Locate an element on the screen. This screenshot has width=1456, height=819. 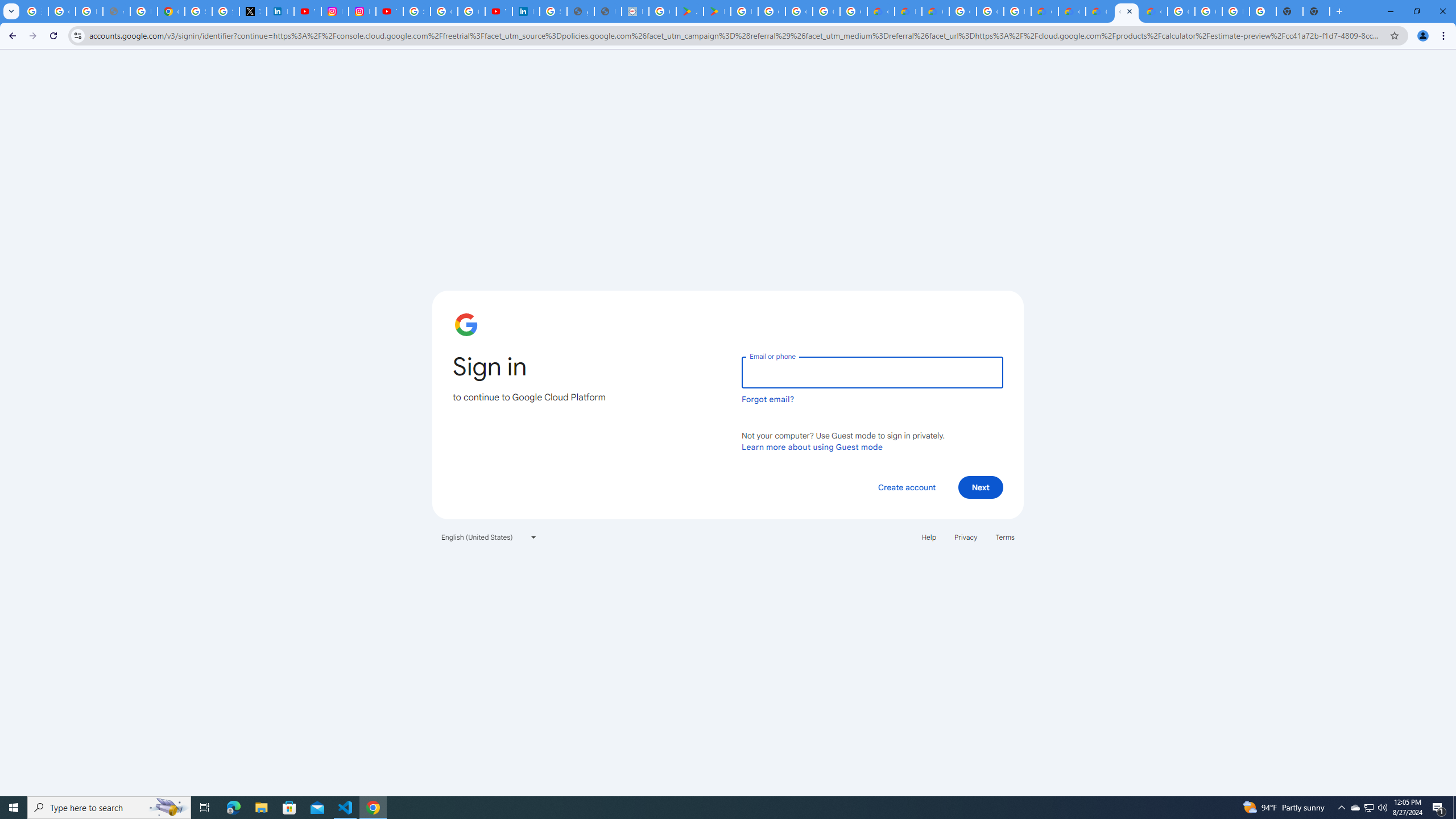
'Google Workspace - Specific Terms' is located at coordinates (825, 11).